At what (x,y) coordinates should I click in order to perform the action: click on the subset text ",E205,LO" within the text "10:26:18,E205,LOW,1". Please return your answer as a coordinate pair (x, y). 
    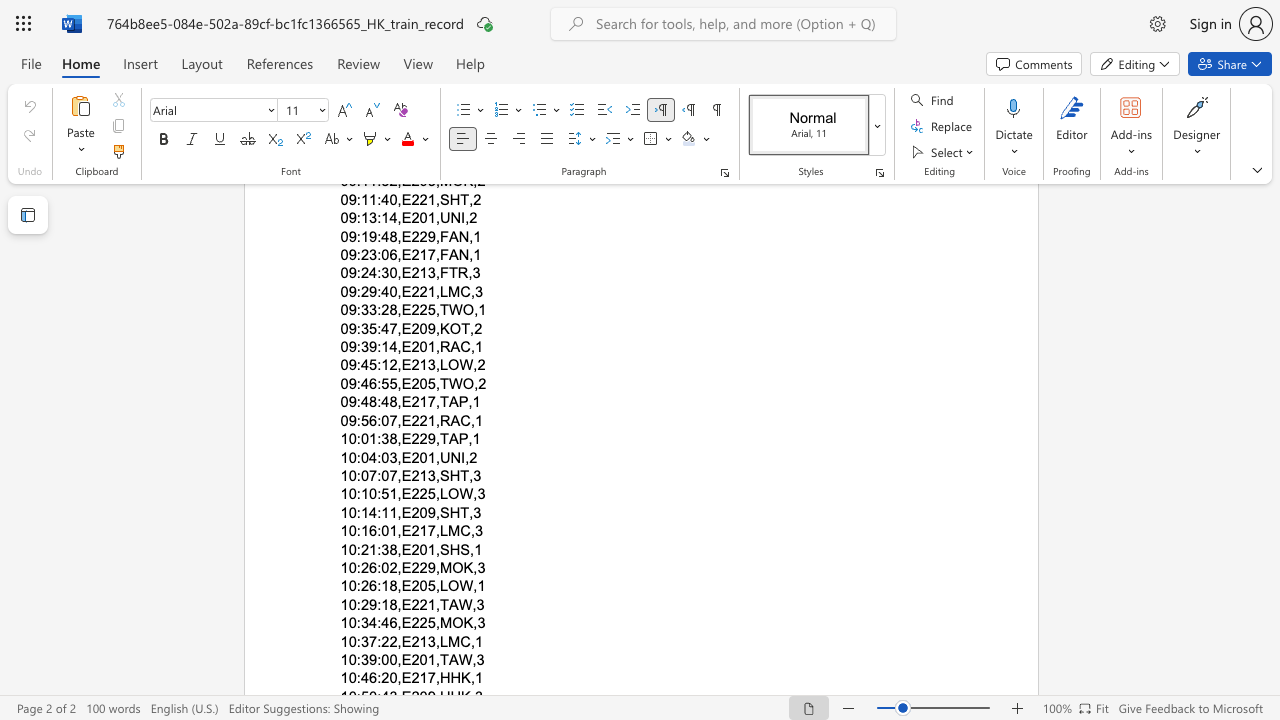
    Looking at the image, I should click on (397, 585).